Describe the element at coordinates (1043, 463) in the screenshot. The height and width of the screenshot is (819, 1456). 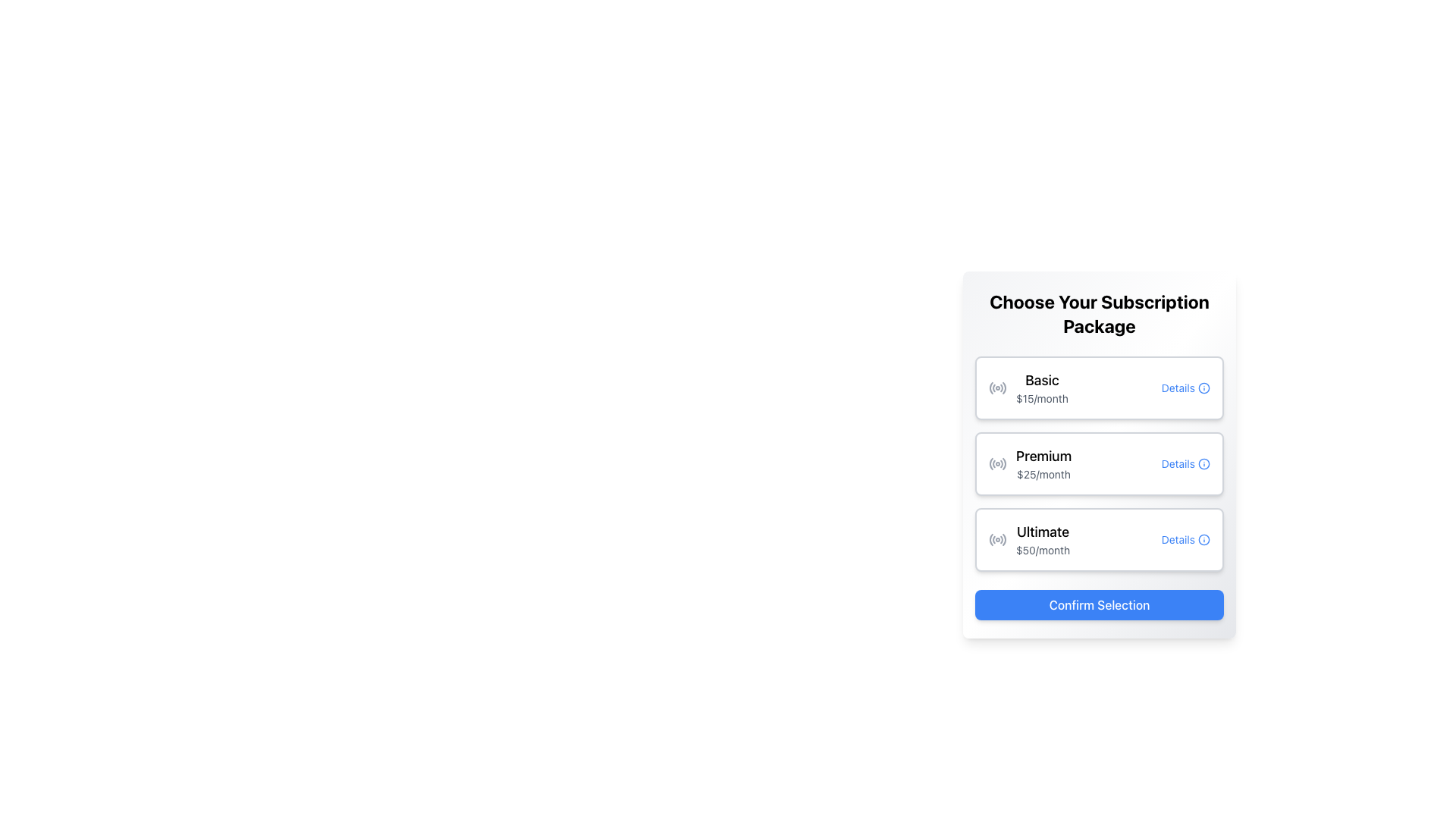
I see `the text content displaying the 'Premium' subscription plan and its cost ('$25/month')` at that location.